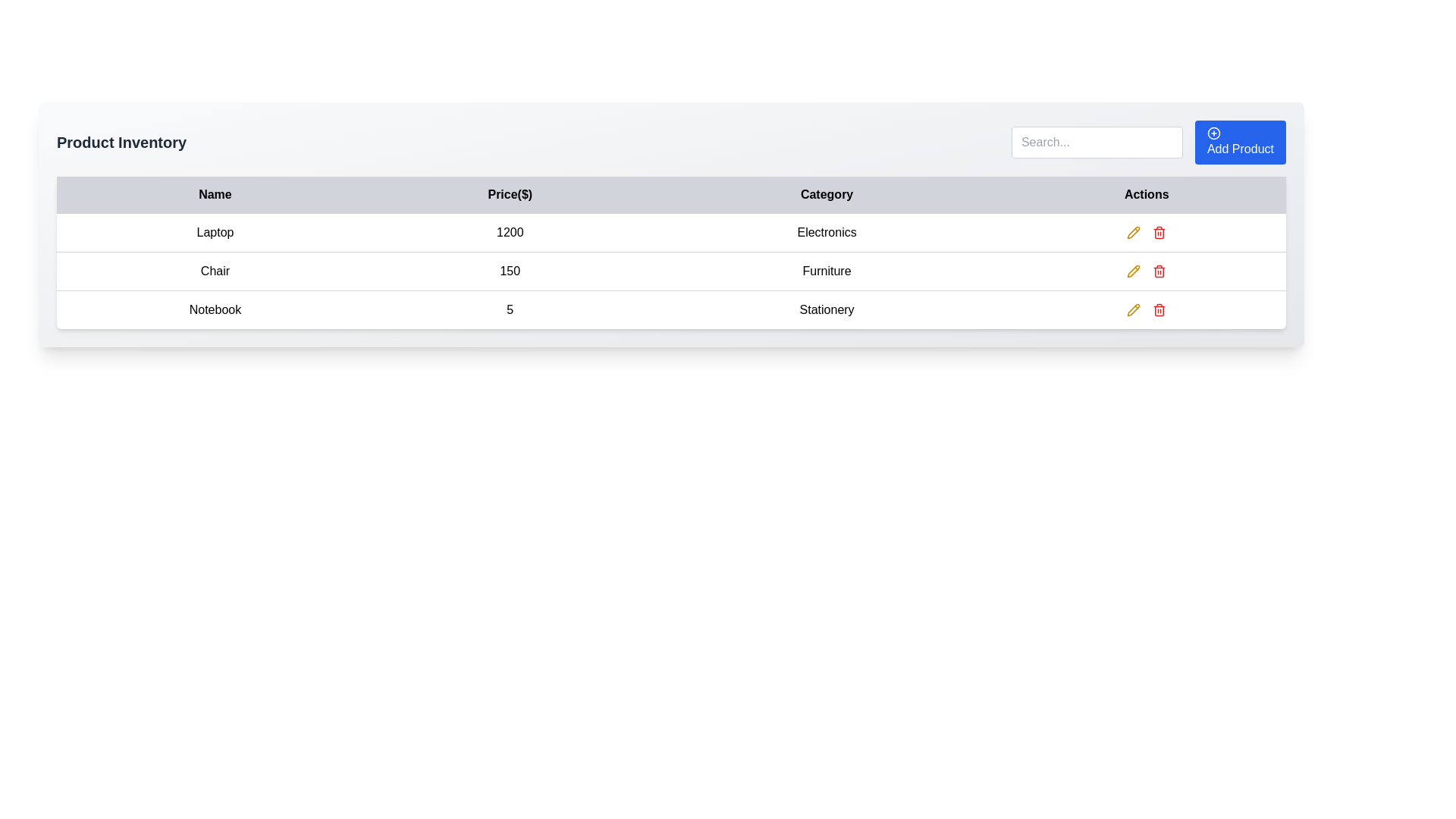  What do you see at coordinates (1159, 234) in the screenshot?
I see `the second vertical line of the trash icon, which serves as a delete functionality in the action section of the third row in the table` at bounding box center [1159, 234].